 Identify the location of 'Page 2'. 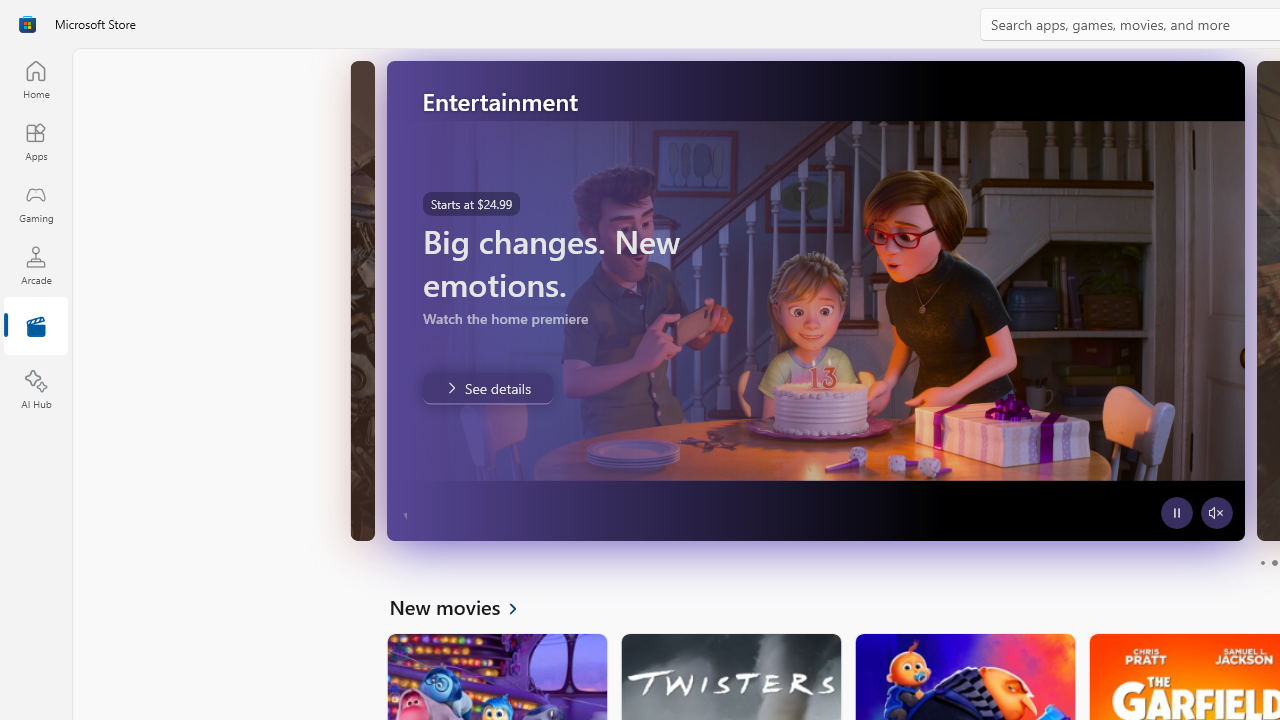
(1273, 563).